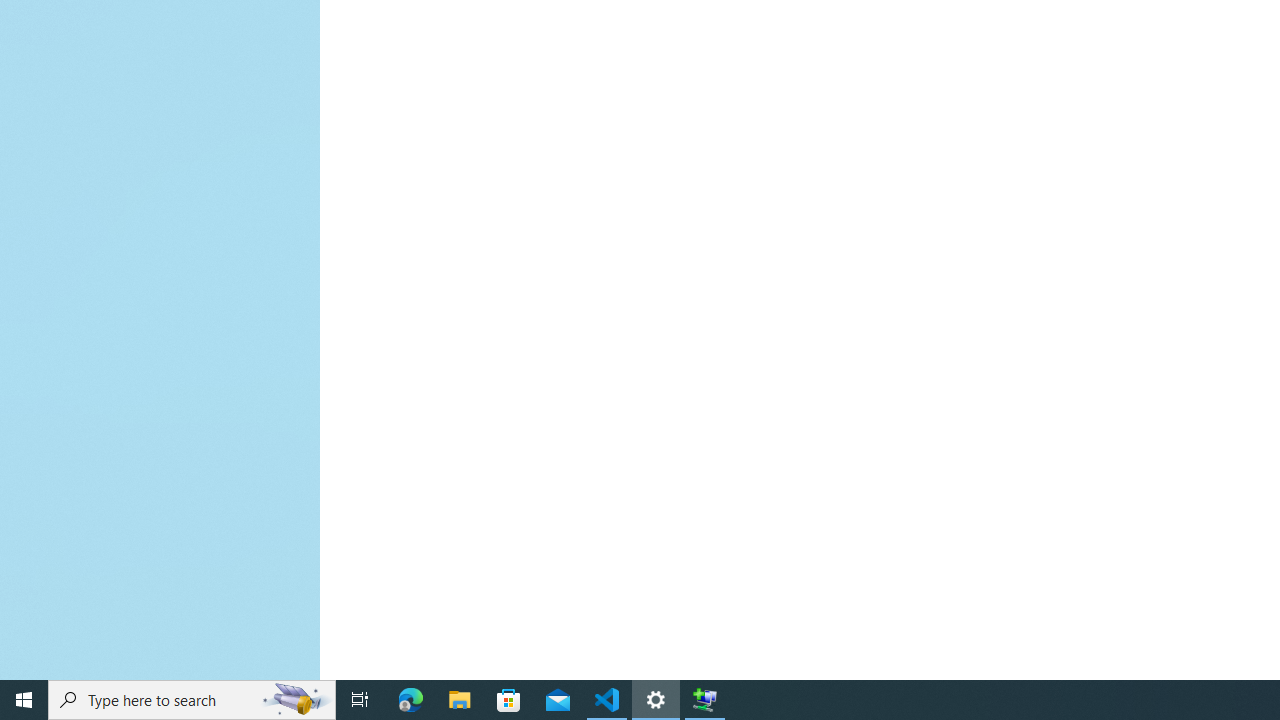 This screenshot has height=720, width=1280. Describe the element at coordinates (459, 698) in the screenshot. I see `'File Explorer'` at that location.